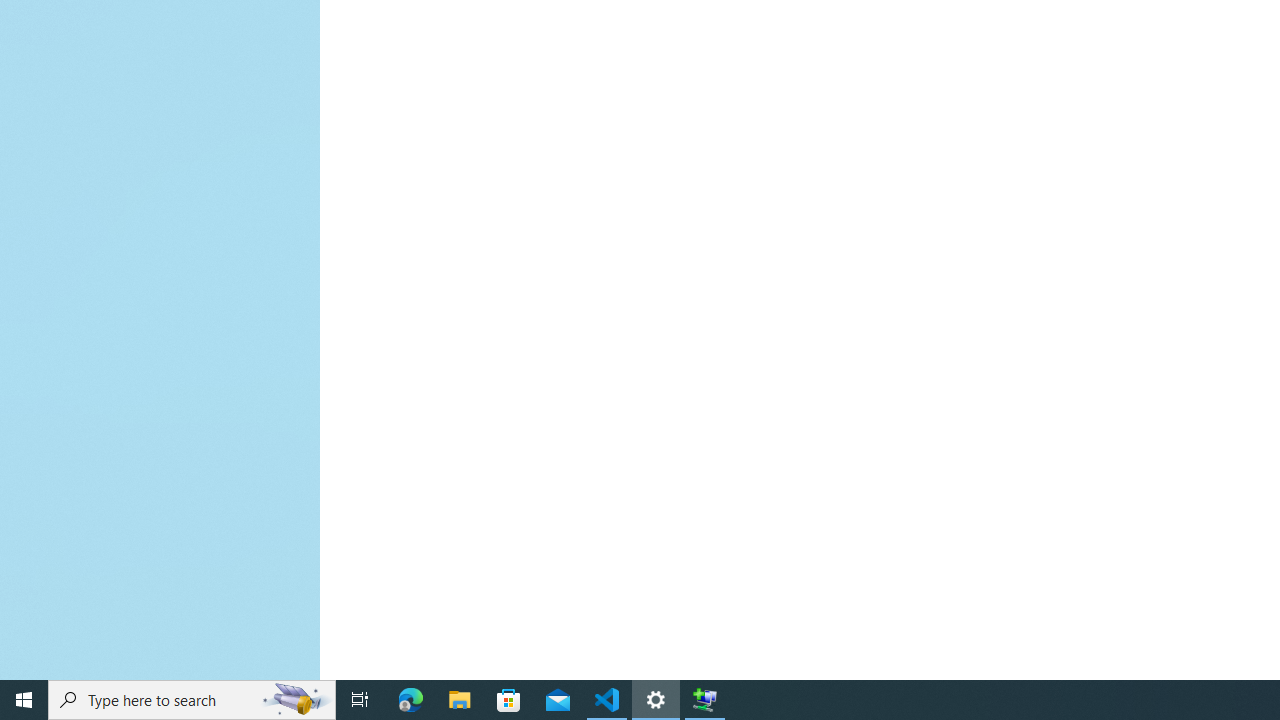 This screenshot has height=720, width=1280. Describe the element at coordinates (459, 698) in the screenshot. I see `'File Explorer'` at that location.